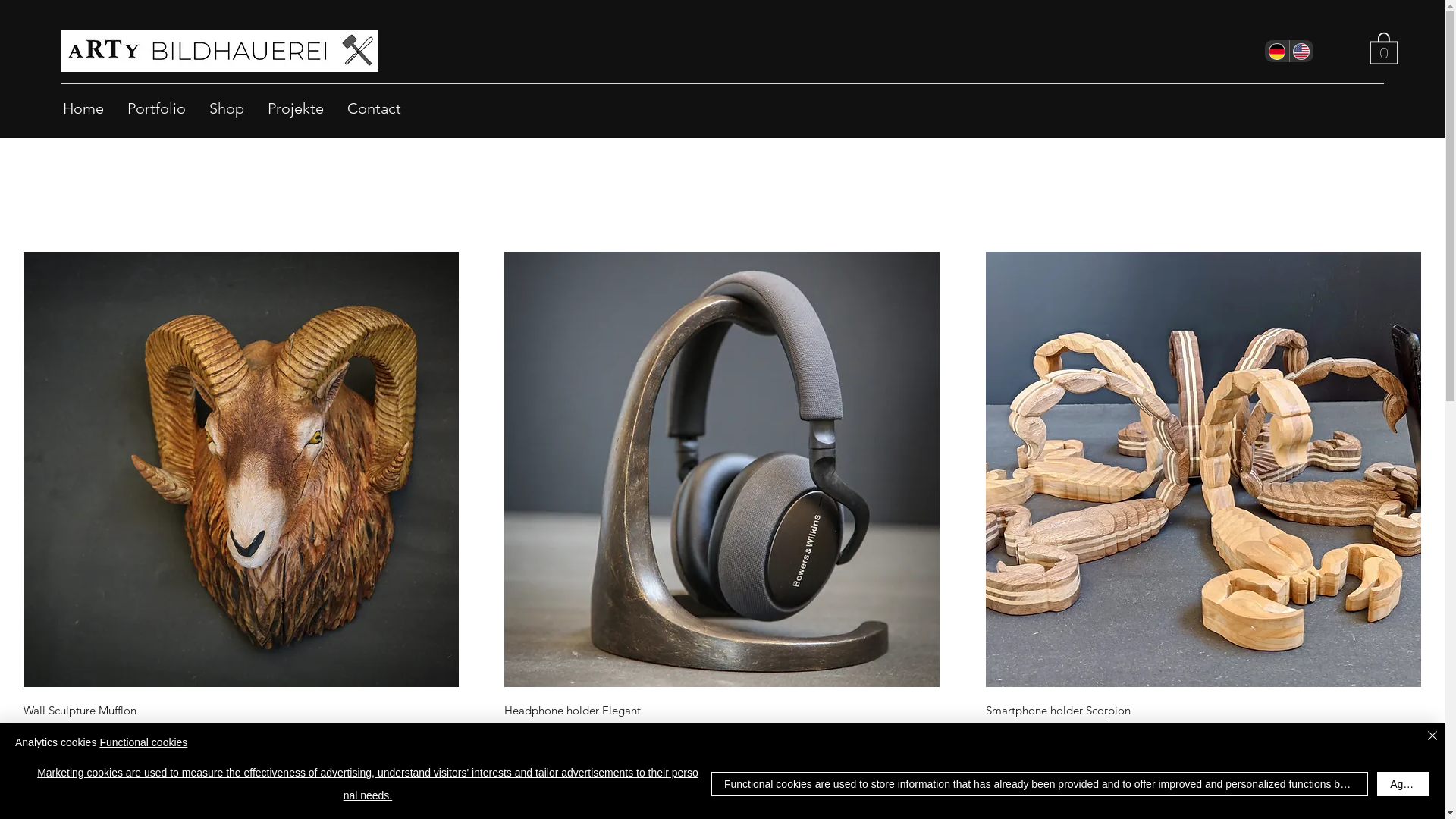 The image size is (1456, 819). I want to click on 'Shop', so click(196, 107).